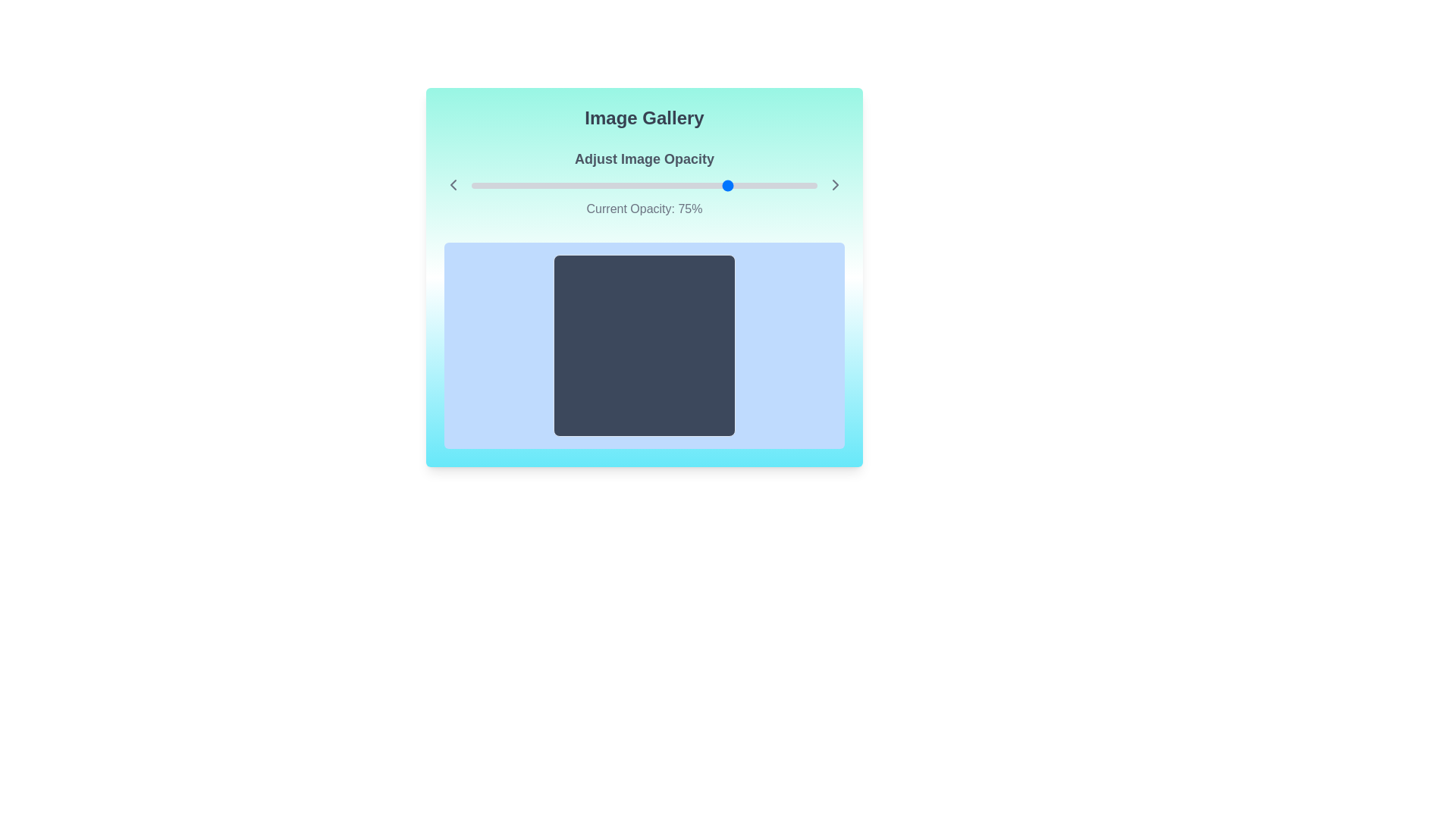 This screenshot has width=1456, height=819. What do you see at coordinates (809, 185) in the screenshot?
I see `the slider to set the opacity to 98%` at bounding box center [809, 185].